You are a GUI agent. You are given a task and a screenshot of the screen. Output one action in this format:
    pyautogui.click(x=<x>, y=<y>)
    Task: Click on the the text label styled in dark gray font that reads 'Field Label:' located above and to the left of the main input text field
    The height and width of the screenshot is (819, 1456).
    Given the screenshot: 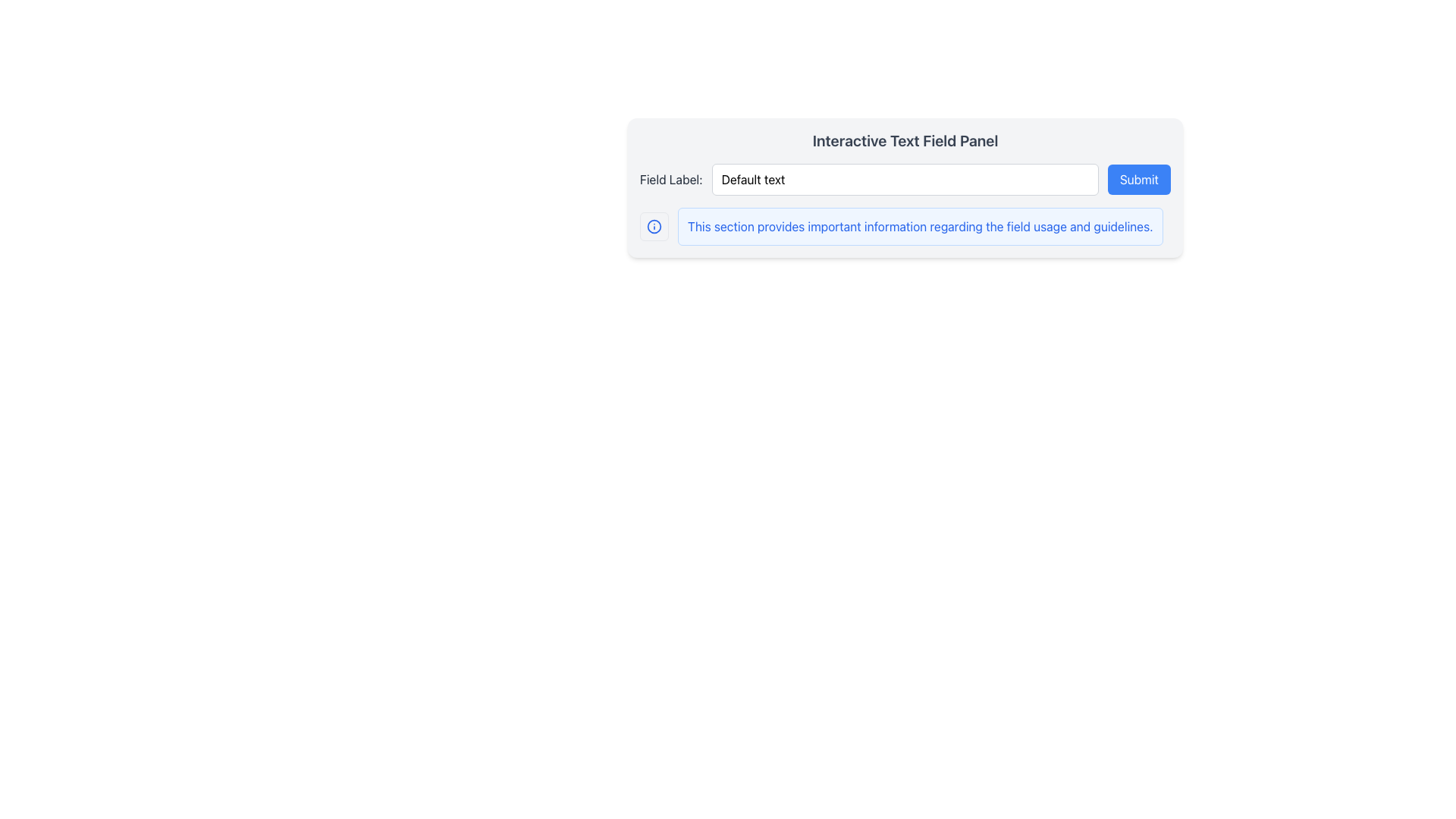 What is the action you would take?
    pyautogui.click(x=670, y=178)
    